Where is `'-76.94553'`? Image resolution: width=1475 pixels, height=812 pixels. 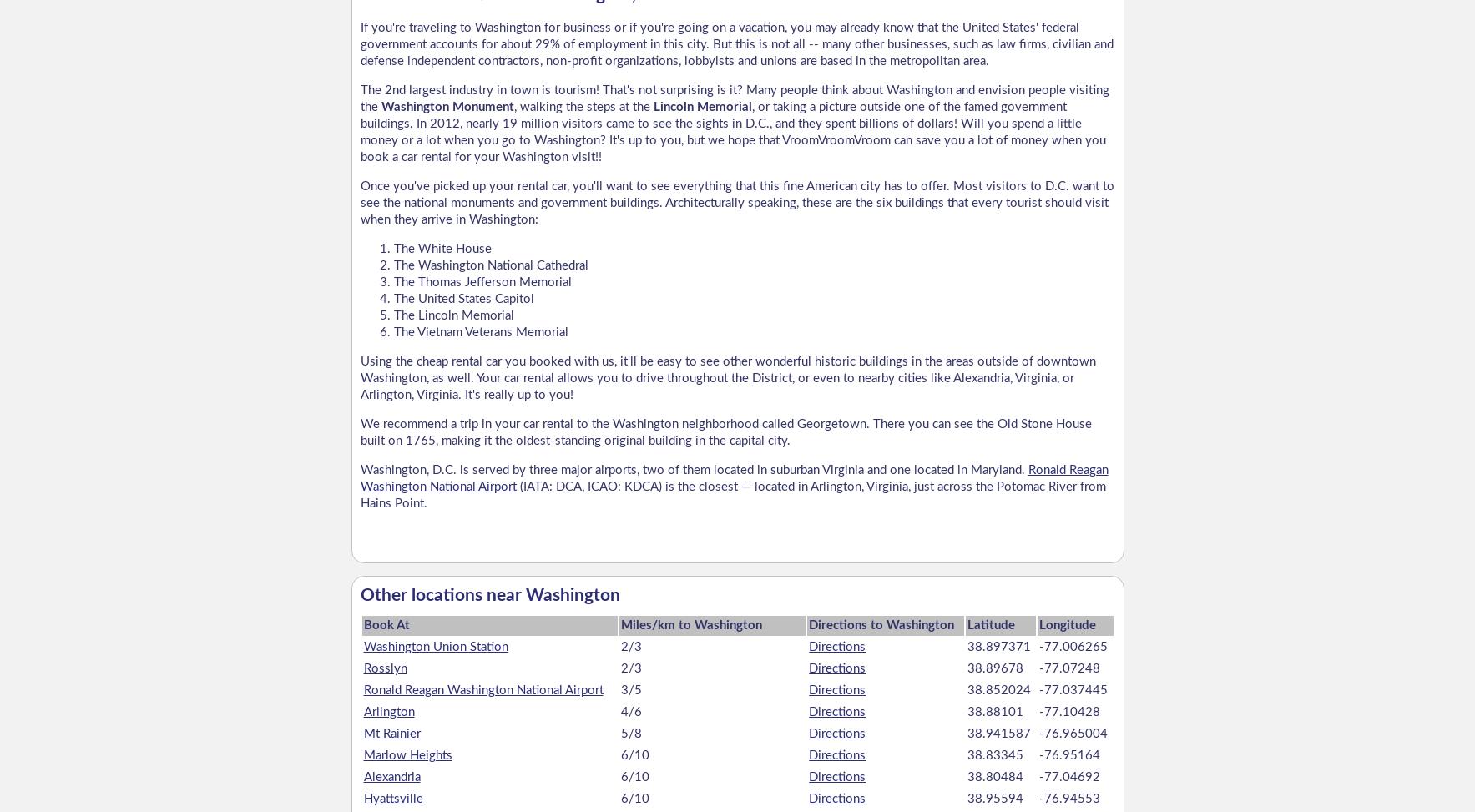
'-76.94553' is located at coordinates (1068, 797).